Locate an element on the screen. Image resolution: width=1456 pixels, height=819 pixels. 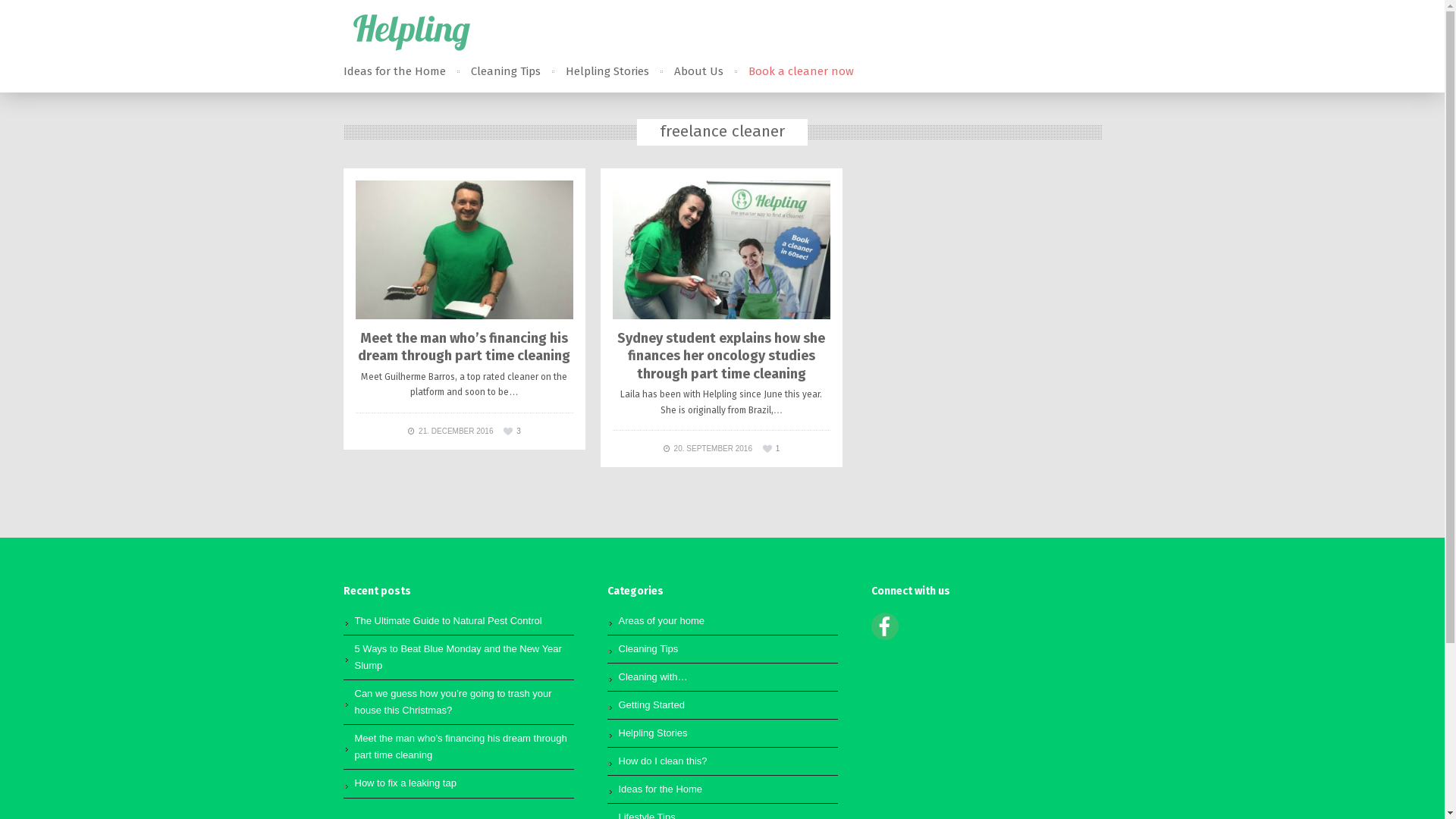
'Ideas for the Home' is located at coordinates (394, 71).